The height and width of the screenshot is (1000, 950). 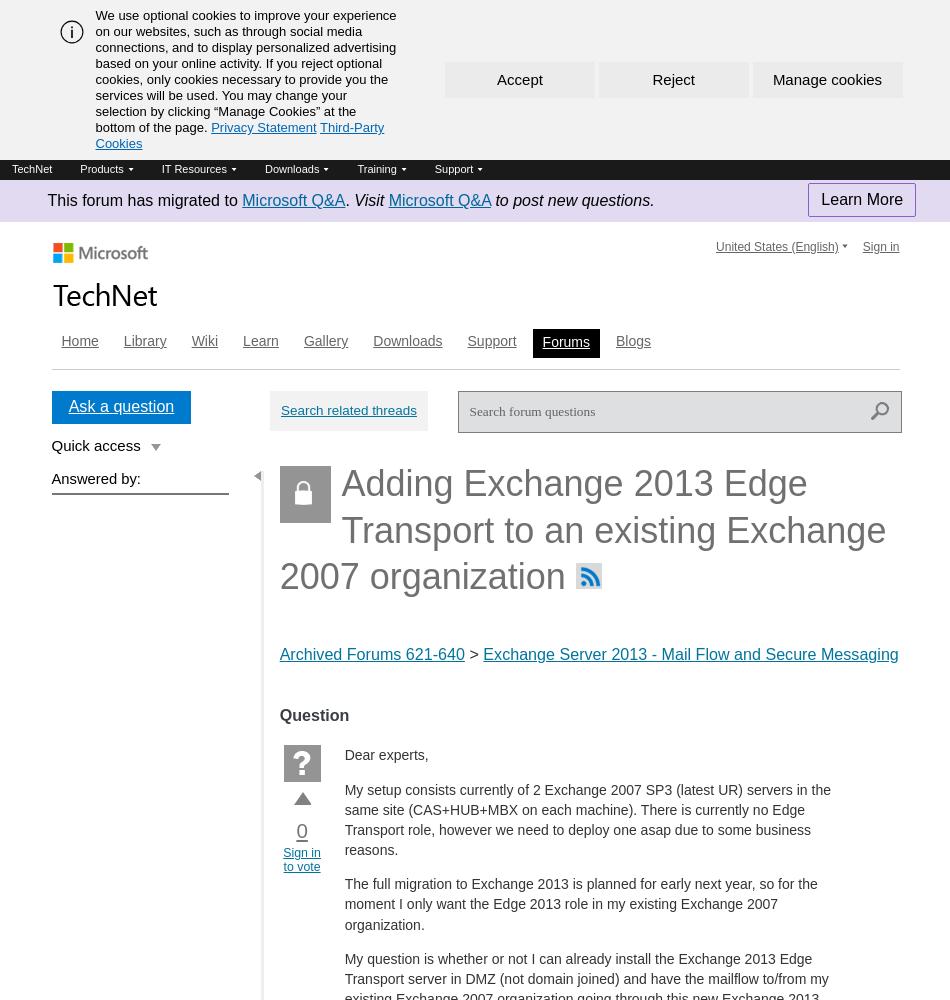 I want to click on 'Learn', so click(x=259, y=340).